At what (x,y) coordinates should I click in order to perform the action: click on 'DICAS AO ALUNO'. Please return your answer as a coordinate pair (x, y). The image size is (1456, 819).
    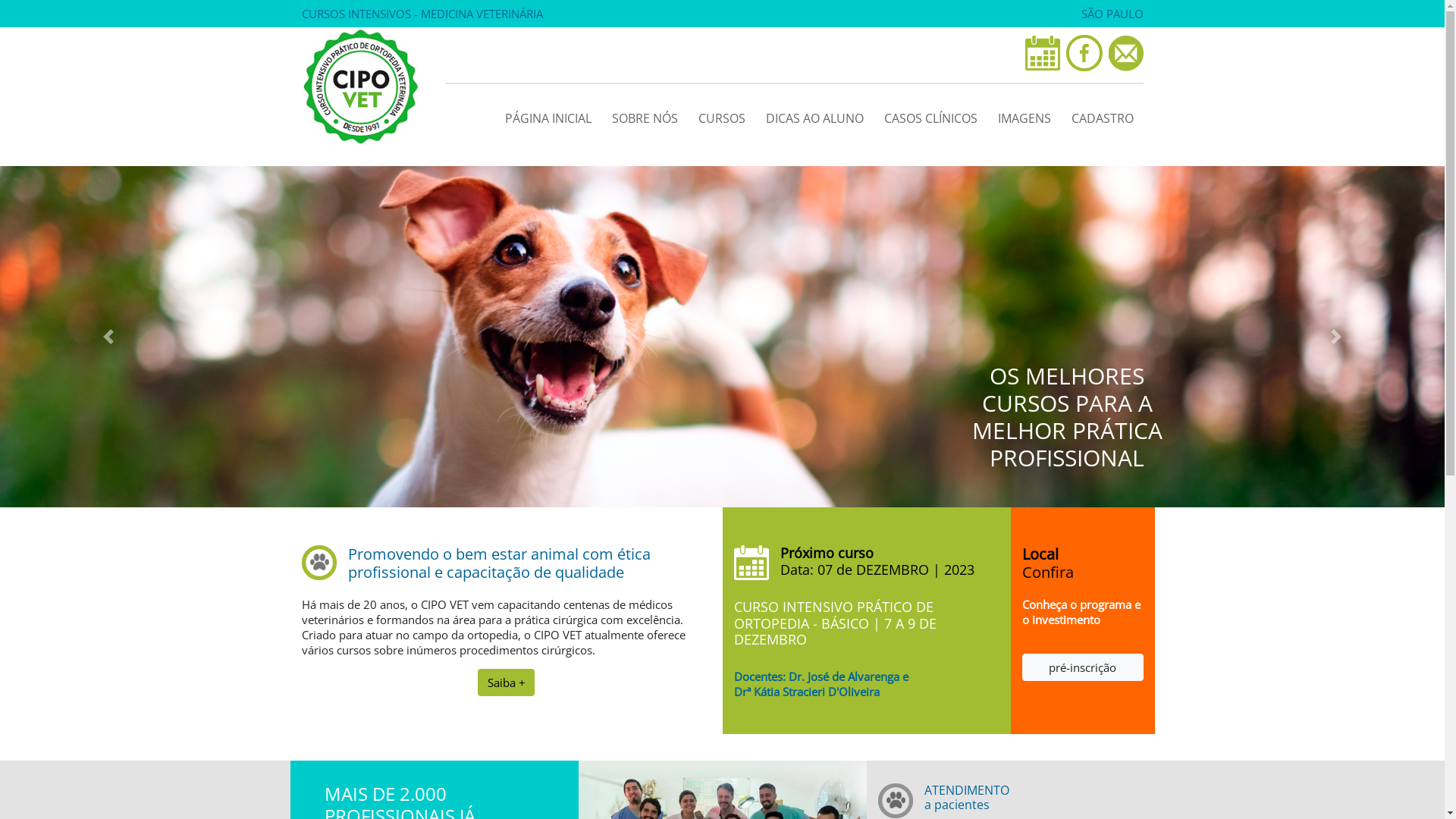
    Looking at the image, I should click on (755, 114).